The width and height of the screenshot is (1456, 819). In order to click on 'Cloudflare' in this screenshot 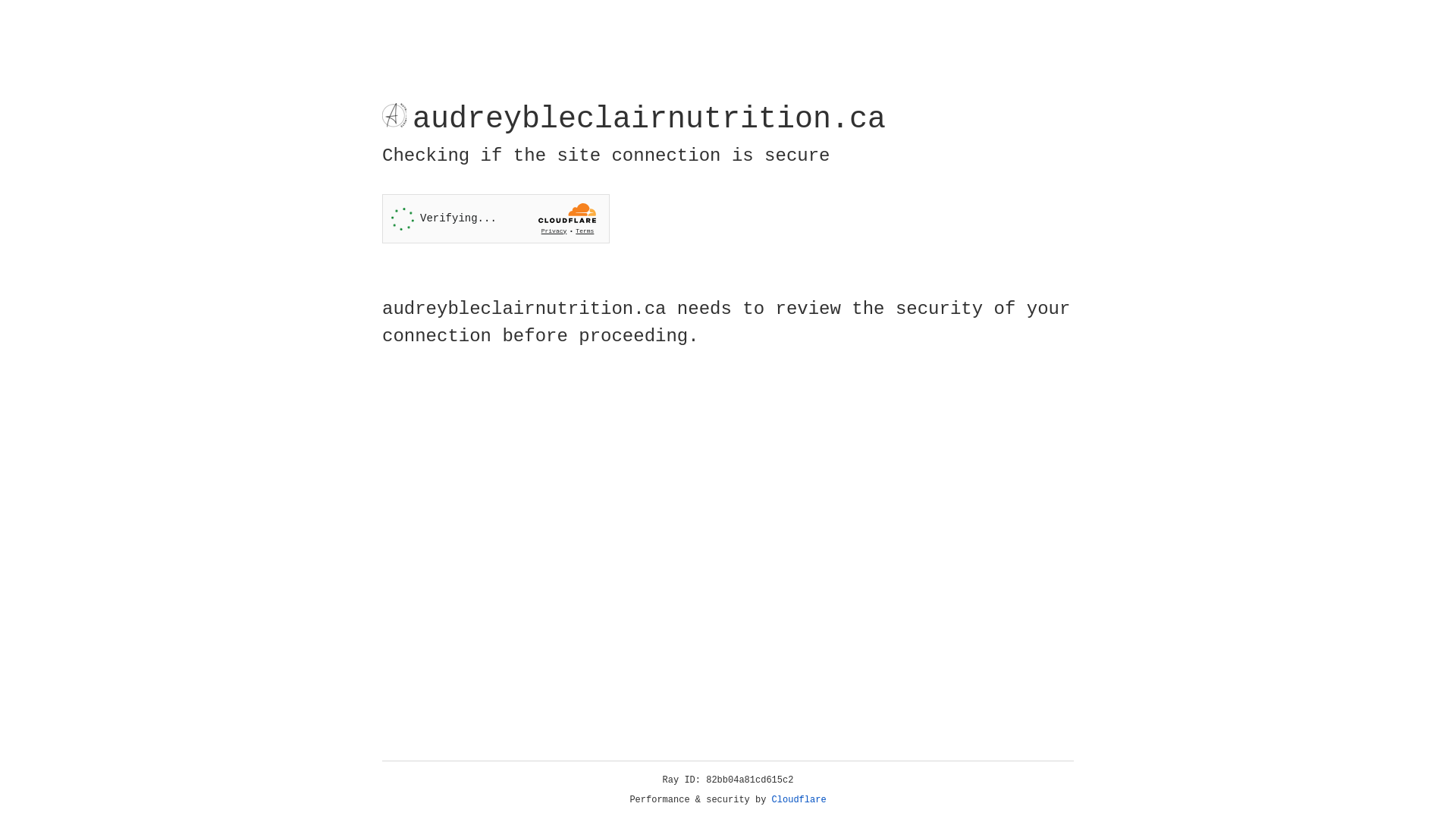, I will do `click(799, 799)`.